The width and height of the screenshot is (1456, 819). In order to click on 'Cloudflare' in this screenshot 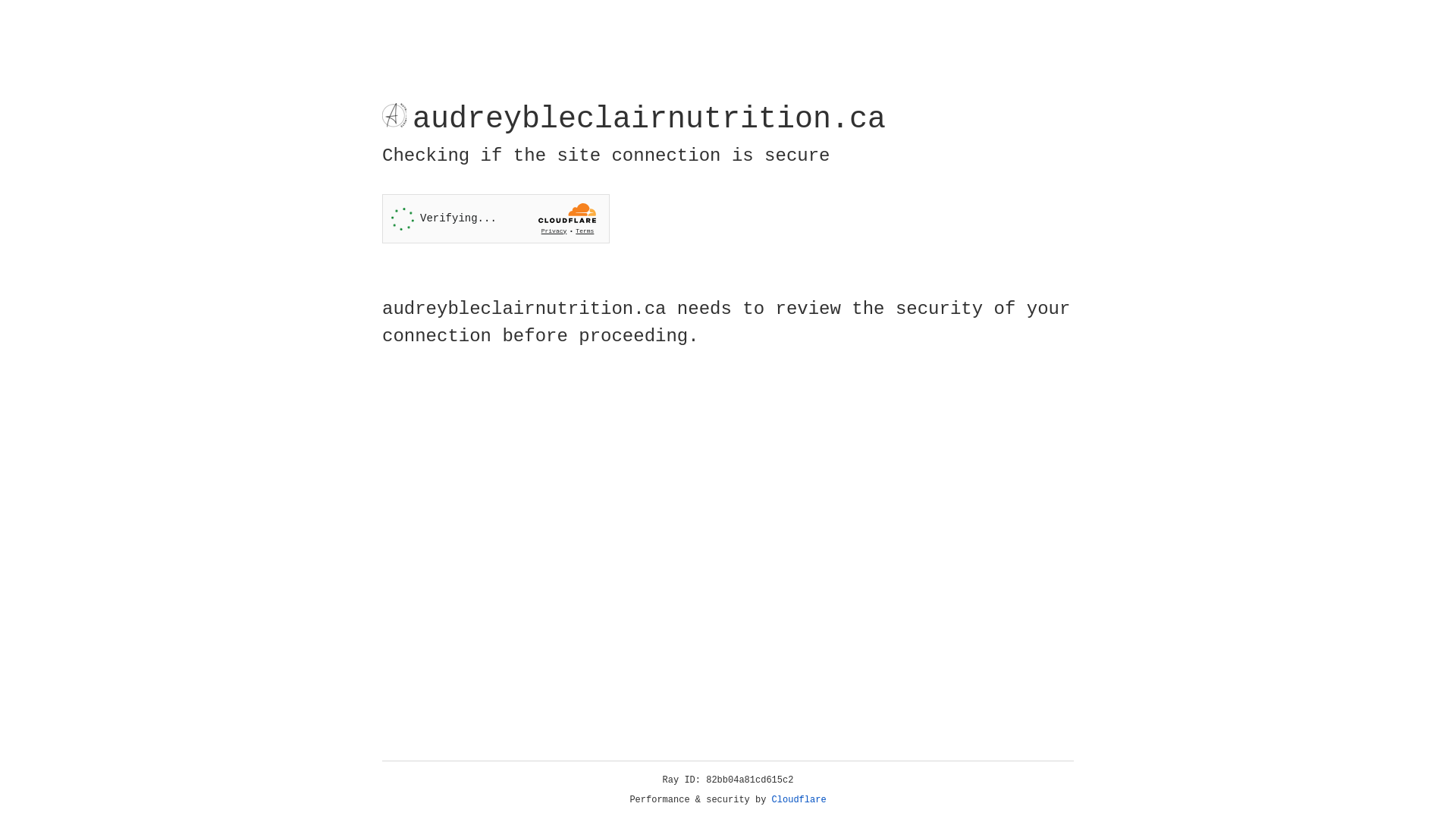, I will do `click(799, 799)`.